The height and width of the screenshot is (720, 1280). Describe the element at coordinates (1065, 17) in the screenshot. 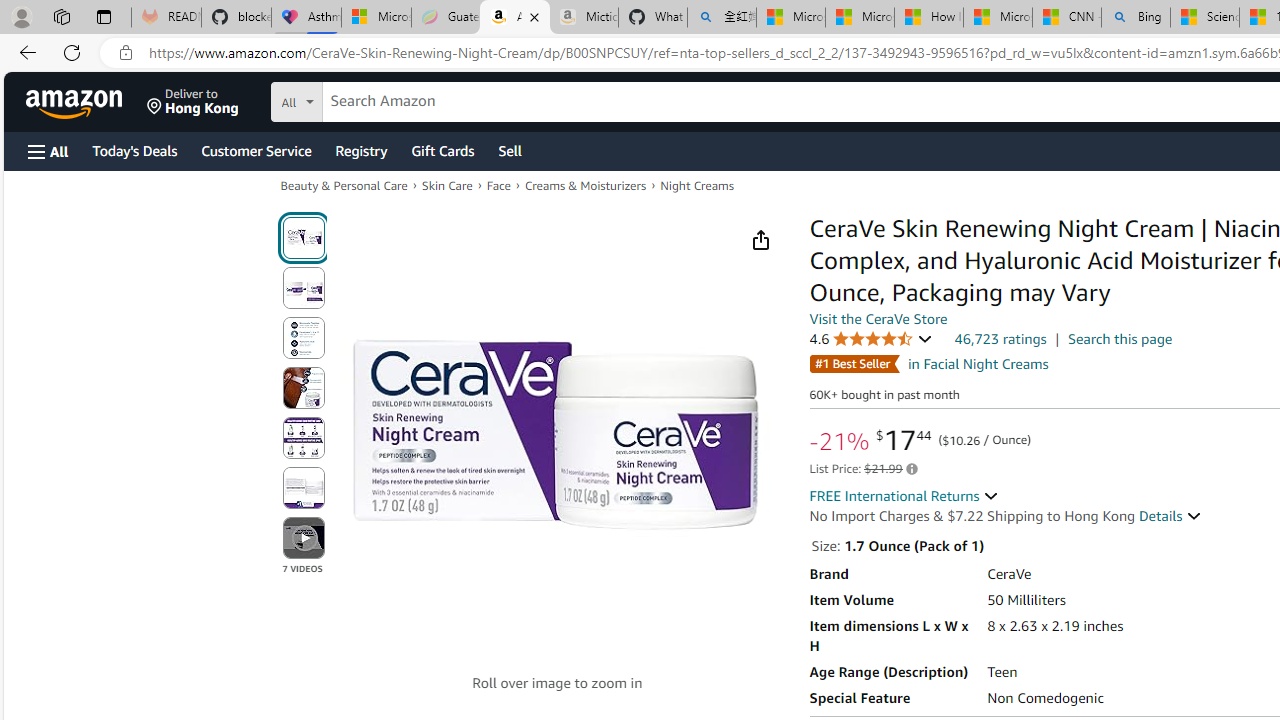

I see `'CNN - MSN'` at that location.